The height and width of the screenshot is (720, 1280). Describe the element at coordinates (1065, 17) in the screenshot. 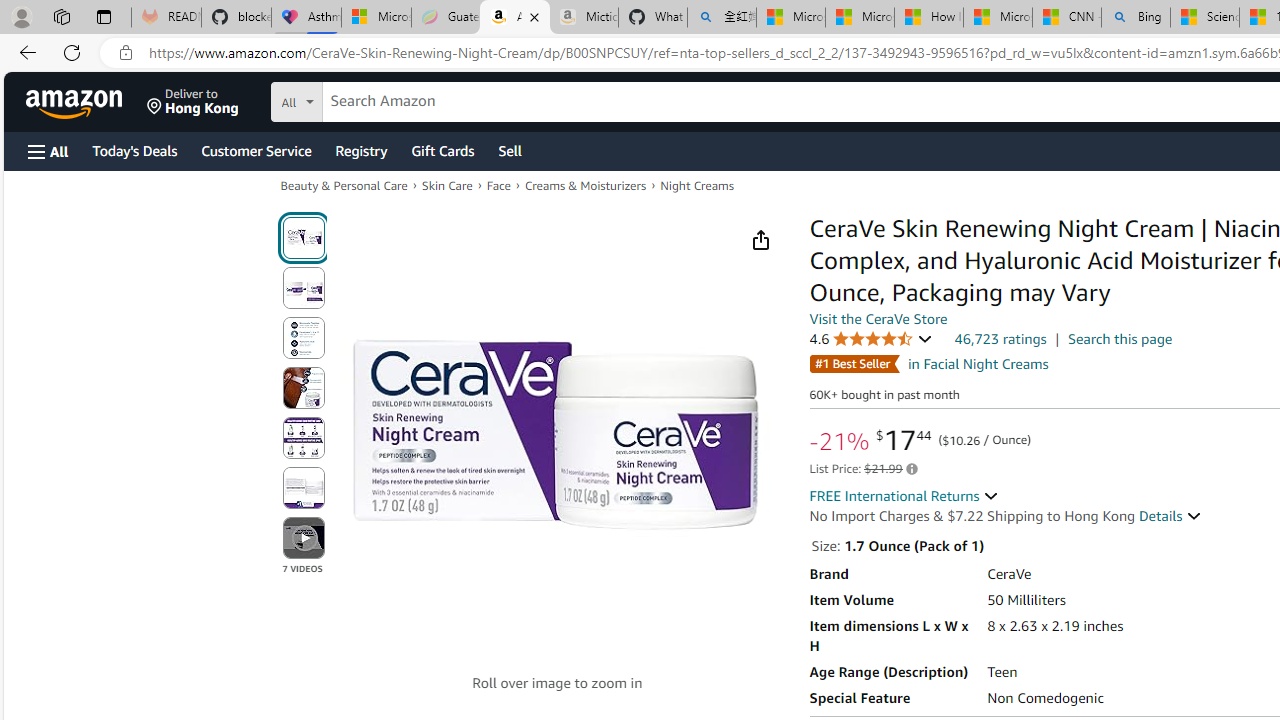

I see `'CNN - MSN'` at that location.